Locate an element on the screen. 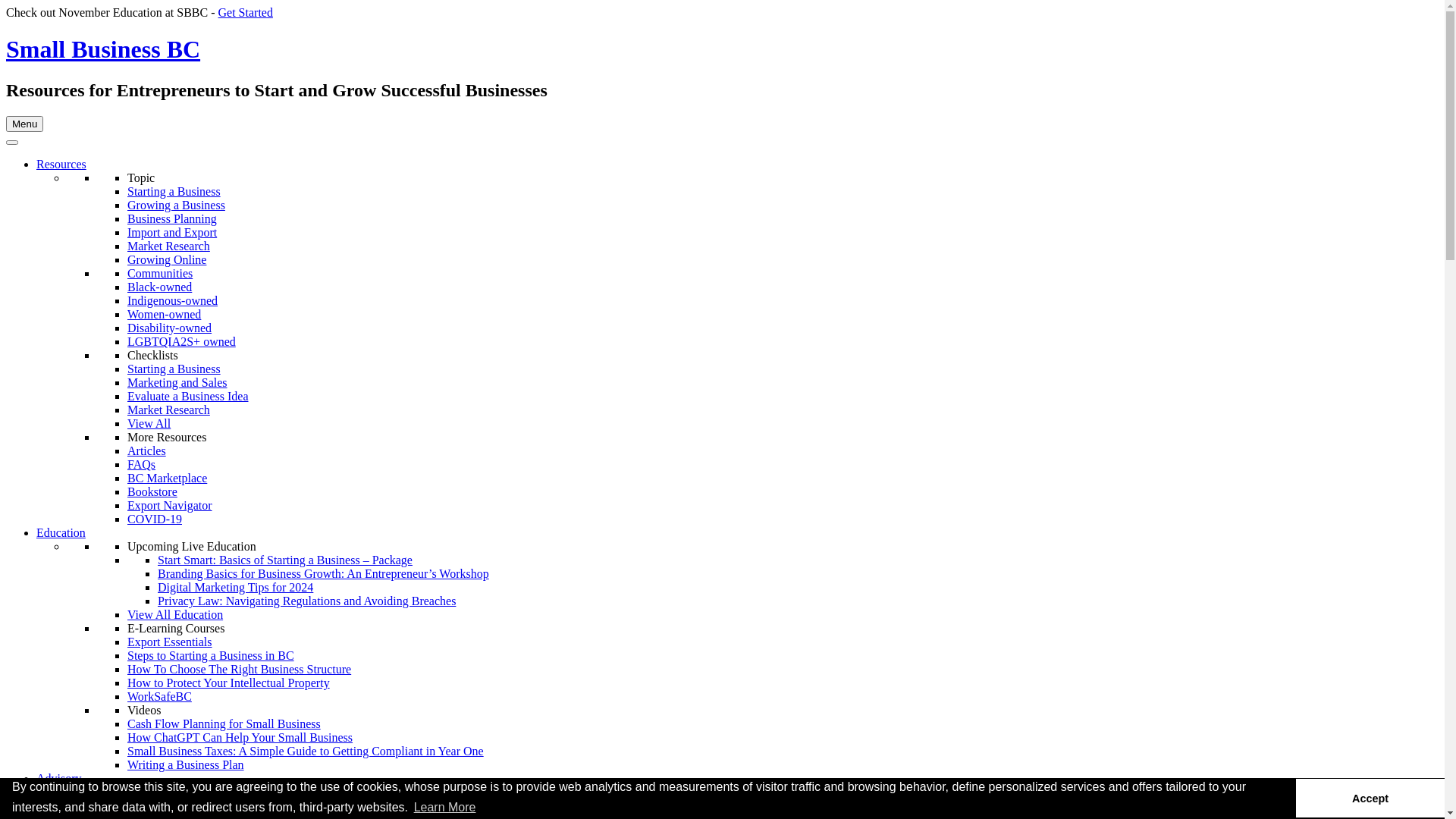 Image resolution: width=1456 pixels, height=819 pixels. 'Small Business BC' is located at coordinates (102, 49).